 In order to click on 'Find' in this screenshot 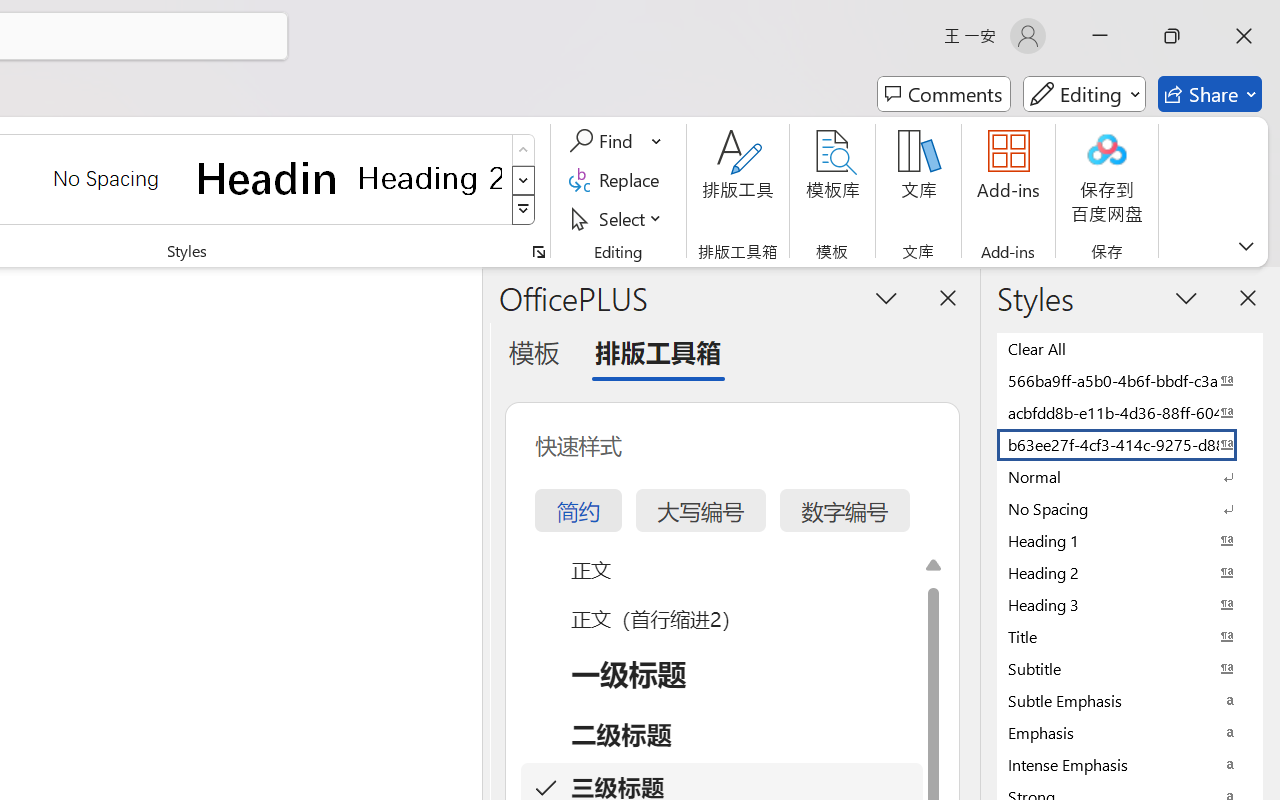, I will do `click(603, 141)`.